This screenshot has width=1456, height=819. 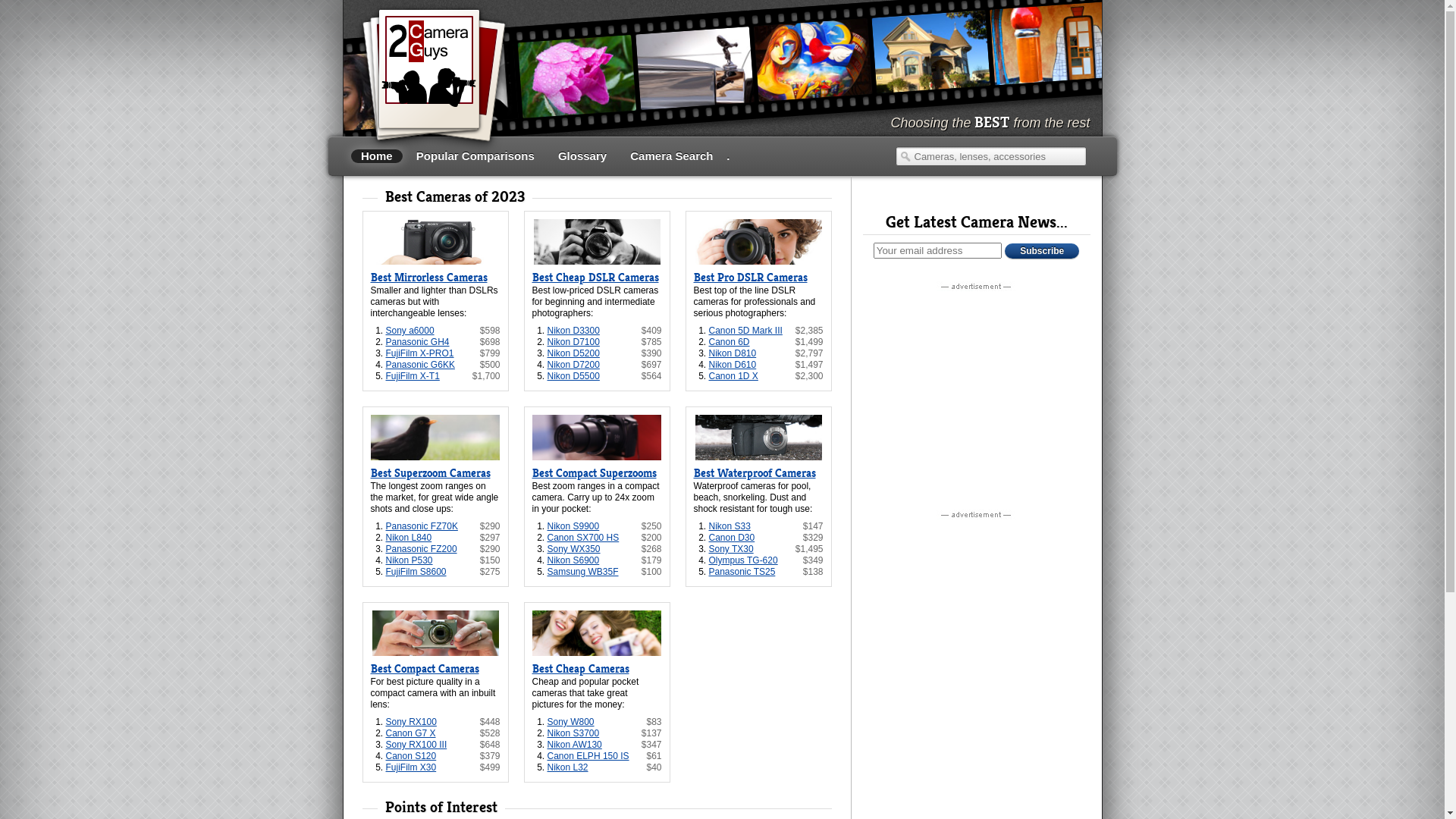 What do you see at coordinates (596, 241) in the screenshot?
I see `'Best Cheap DSLR Cameras 2023'` at bounding box center [596, 241].